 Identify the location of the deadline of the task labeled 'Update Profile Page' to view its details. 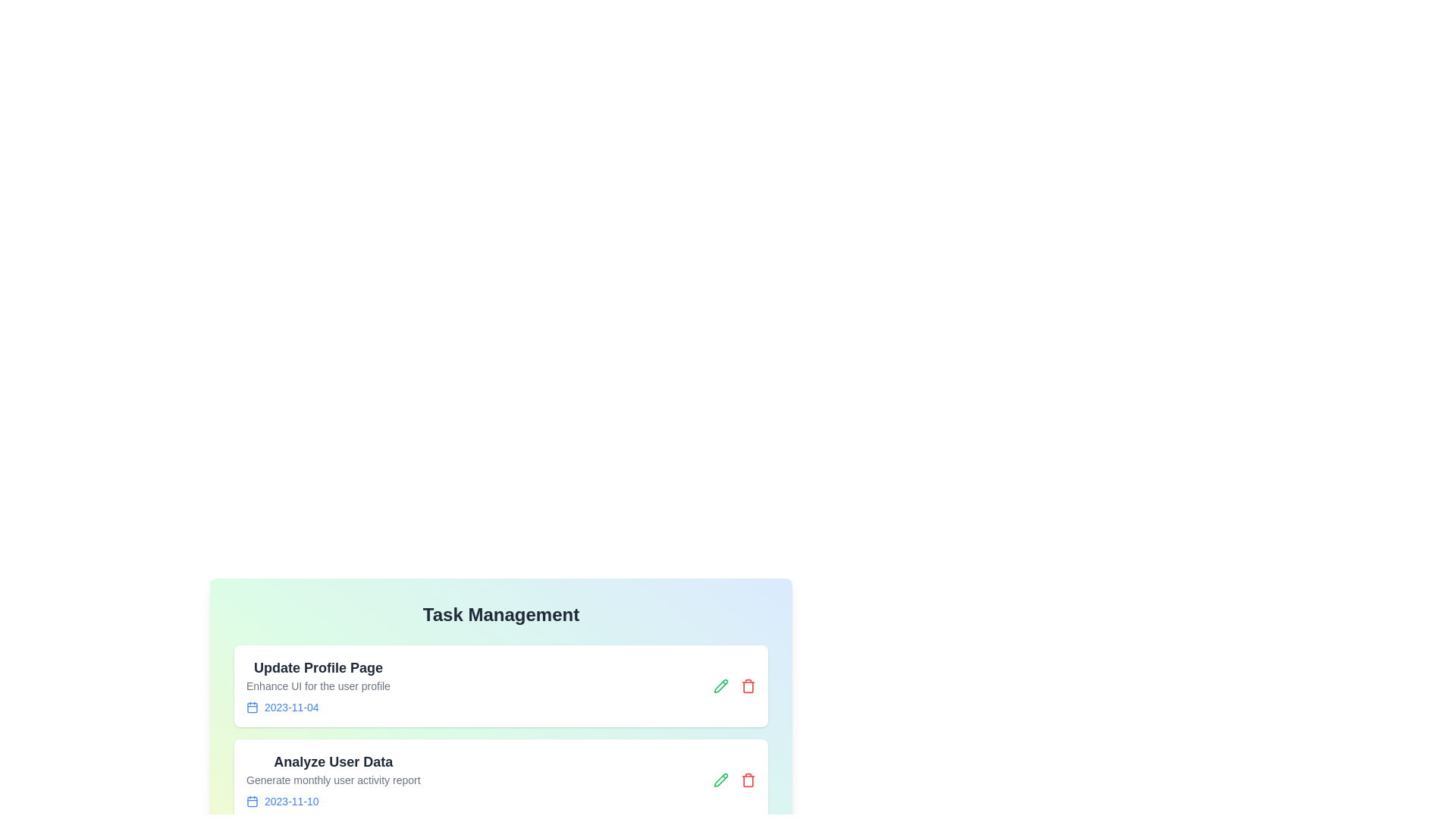
(317, 708).